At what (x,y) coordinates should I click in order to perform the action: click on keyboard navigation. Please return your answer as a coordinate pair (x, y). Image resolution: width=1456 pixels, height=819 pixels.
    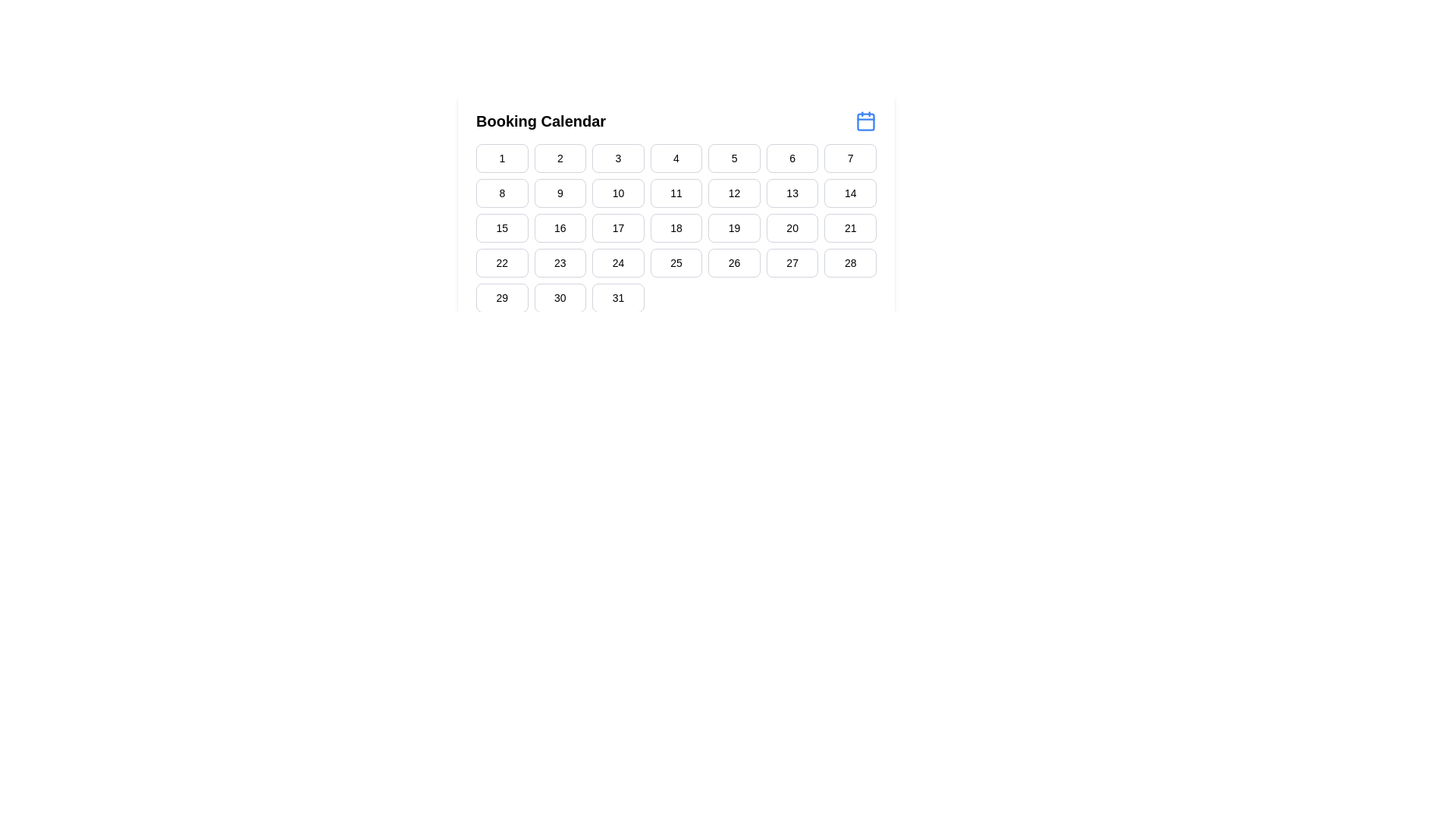
    Looking at the image, I should click on (618, 298).